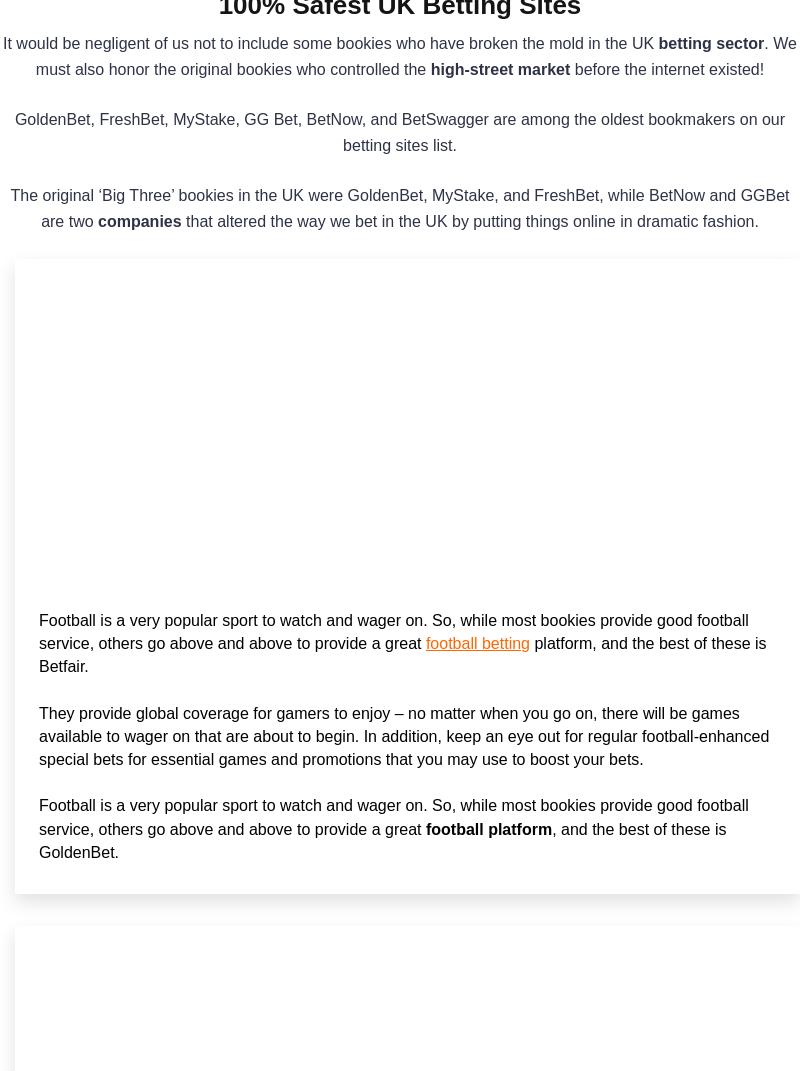  Describe the element at coordinates (469, 220) in the screenshot. I see `'that altered the way we bet in the UK by putting things online in dramatic fashion.'` at that location.